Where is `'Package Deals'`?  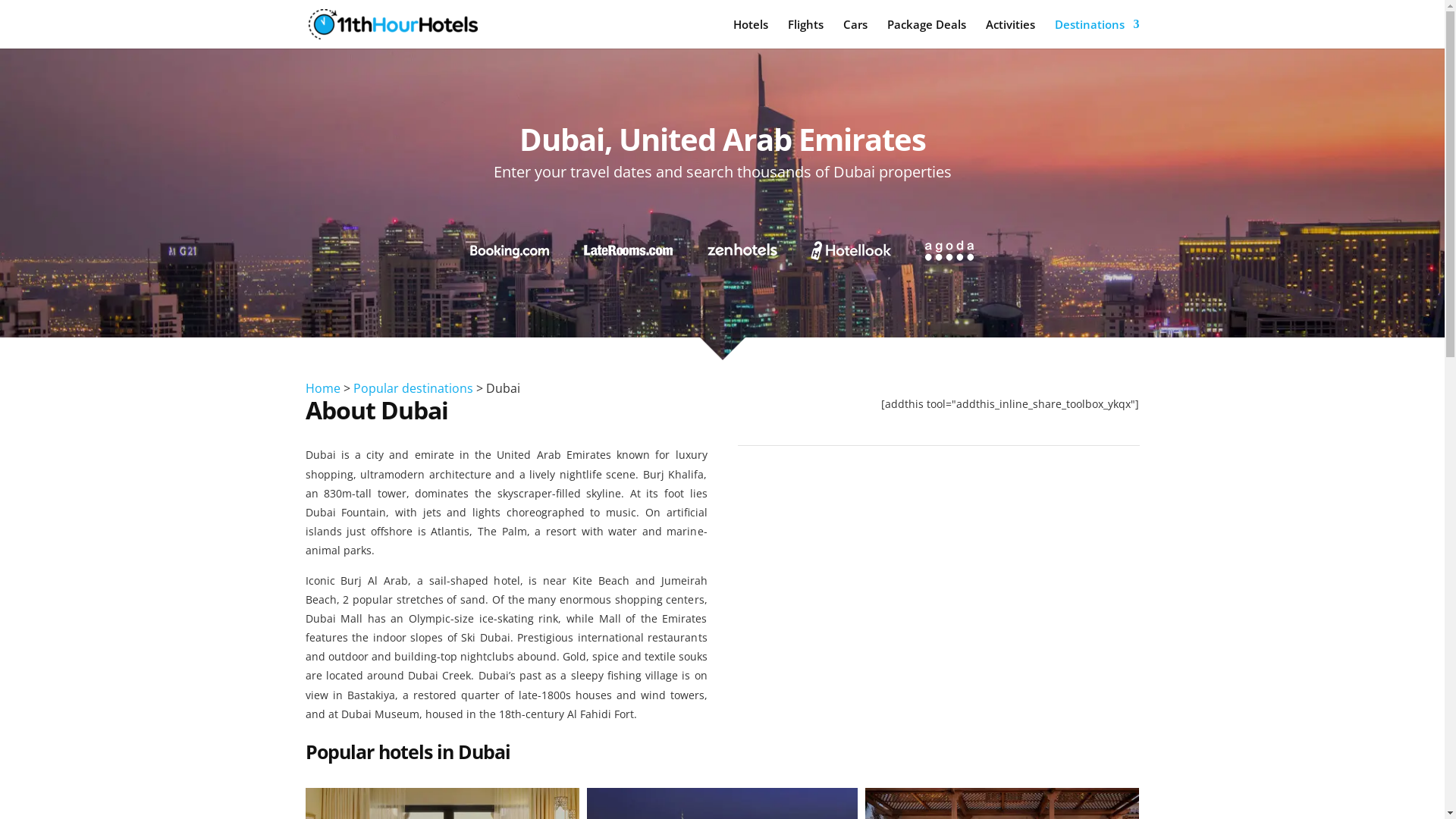 'Package Deals' is located at coordinates (926, 33).